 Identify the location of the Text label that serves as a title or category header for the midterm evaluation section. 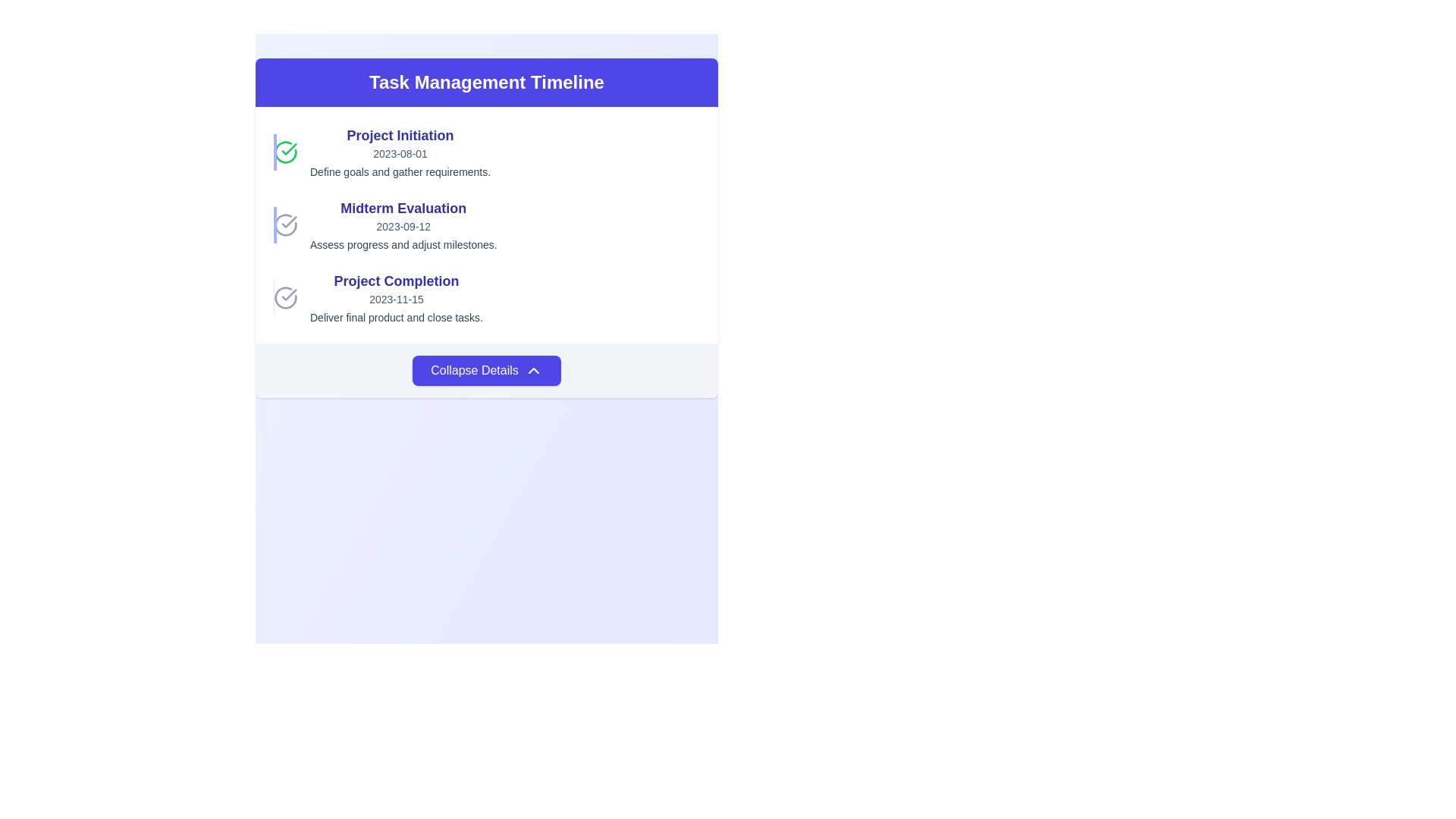
(403, 208).